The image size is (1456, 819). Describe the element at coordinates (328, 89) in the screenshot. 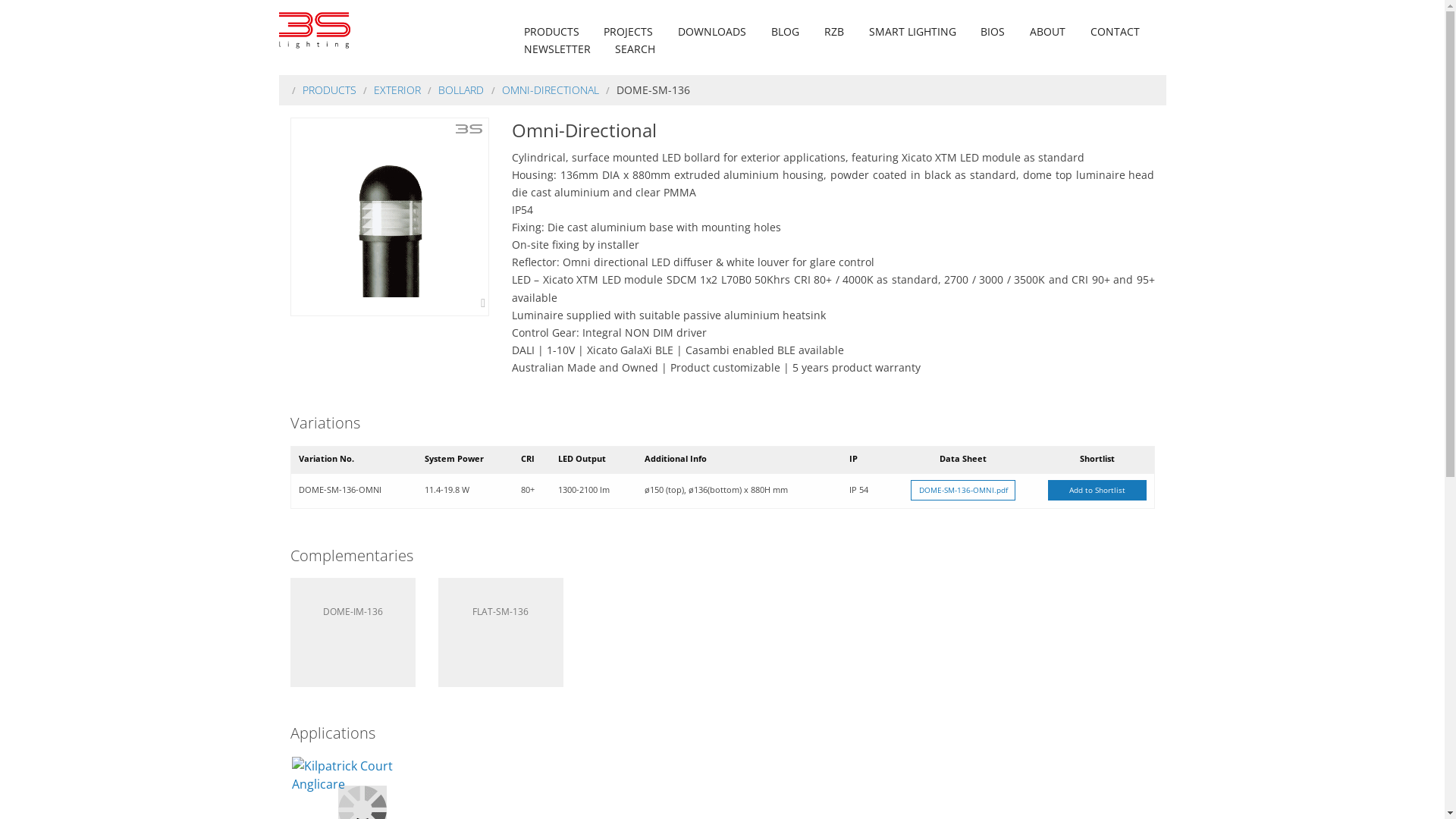

I see `'PRODUCTS'` at that location.